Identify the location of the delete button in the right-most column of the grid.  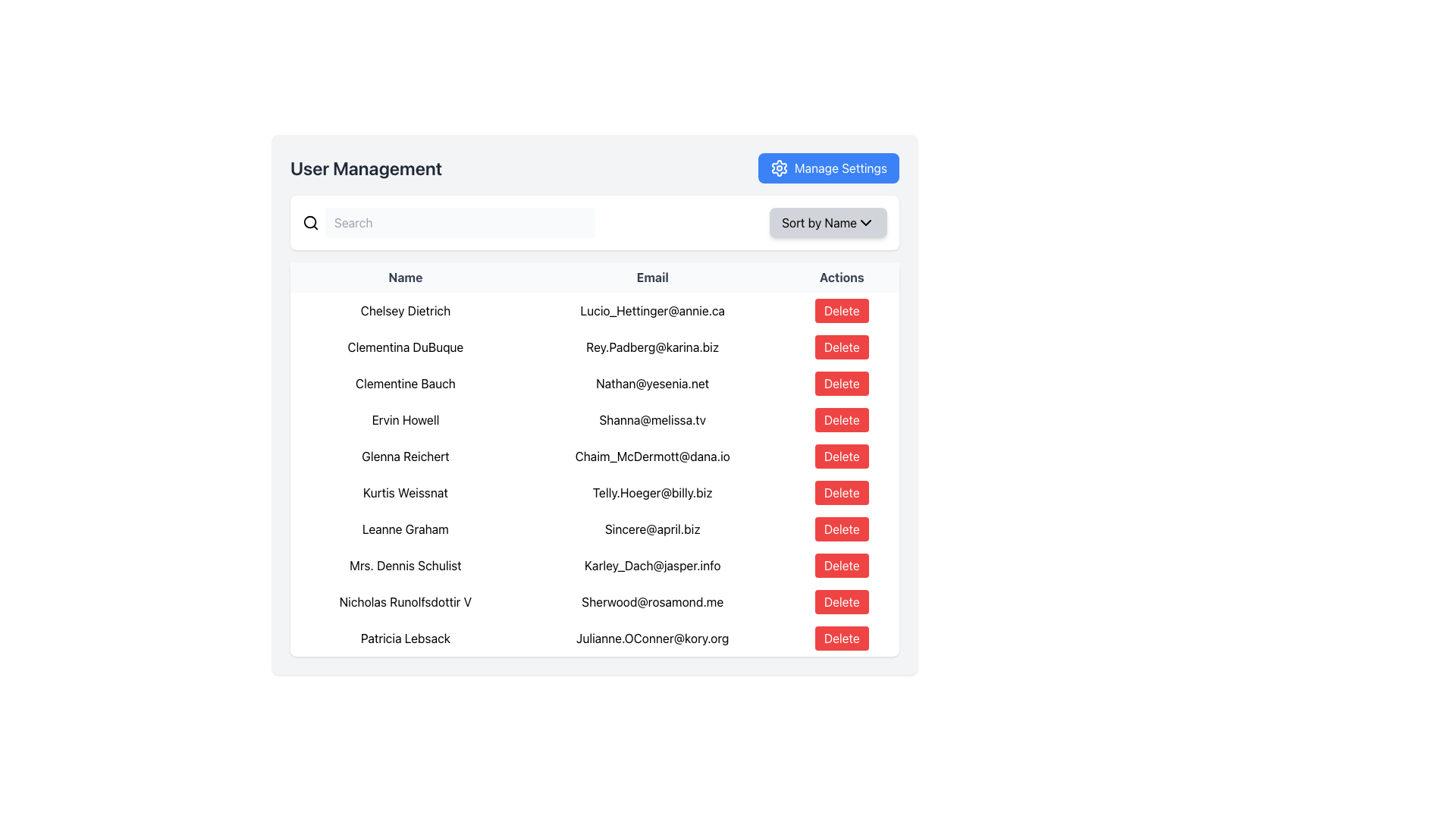
(840, 638).